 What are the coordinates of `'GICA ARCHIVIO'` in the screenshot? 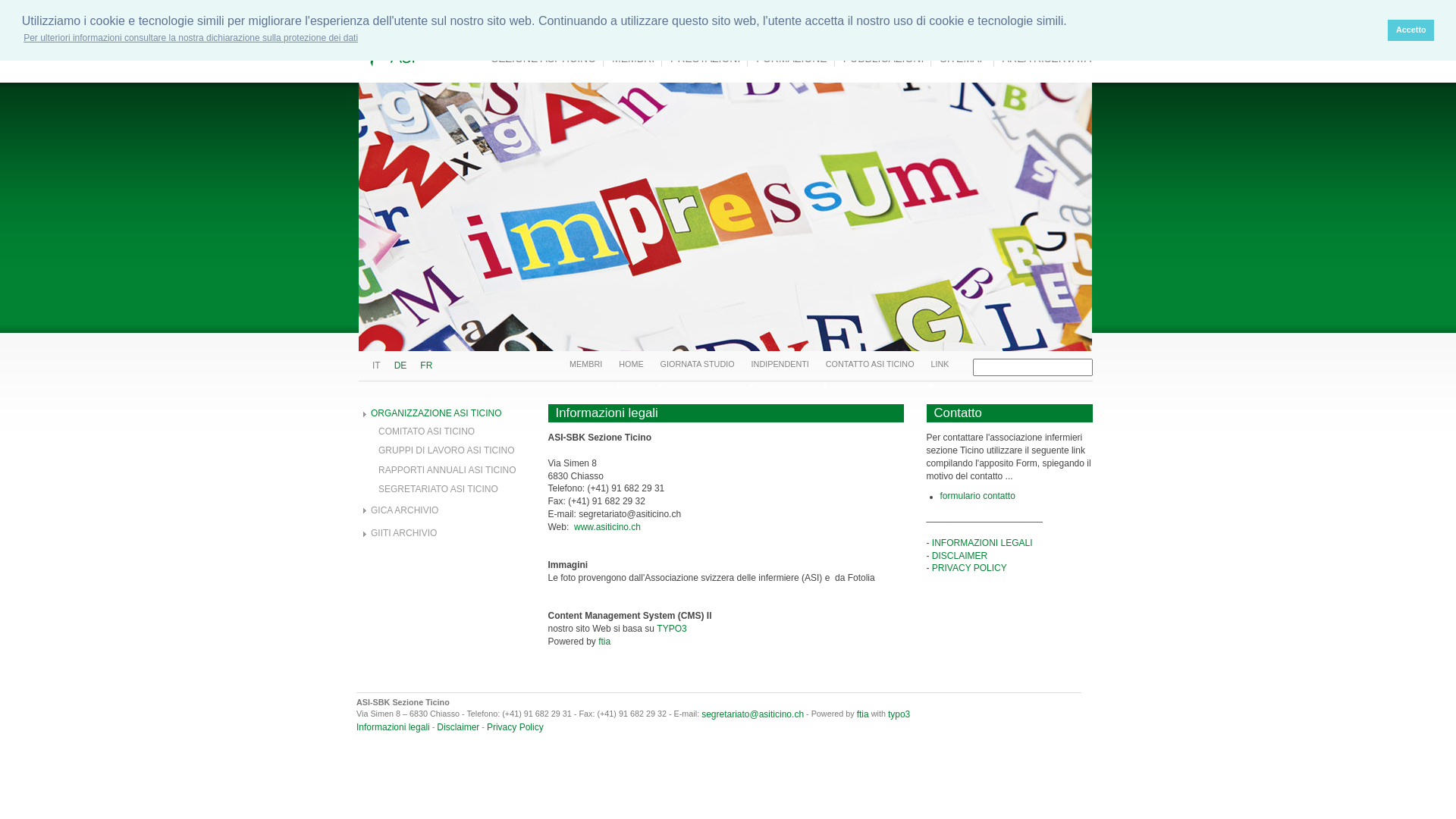 It's located at (404, 510).